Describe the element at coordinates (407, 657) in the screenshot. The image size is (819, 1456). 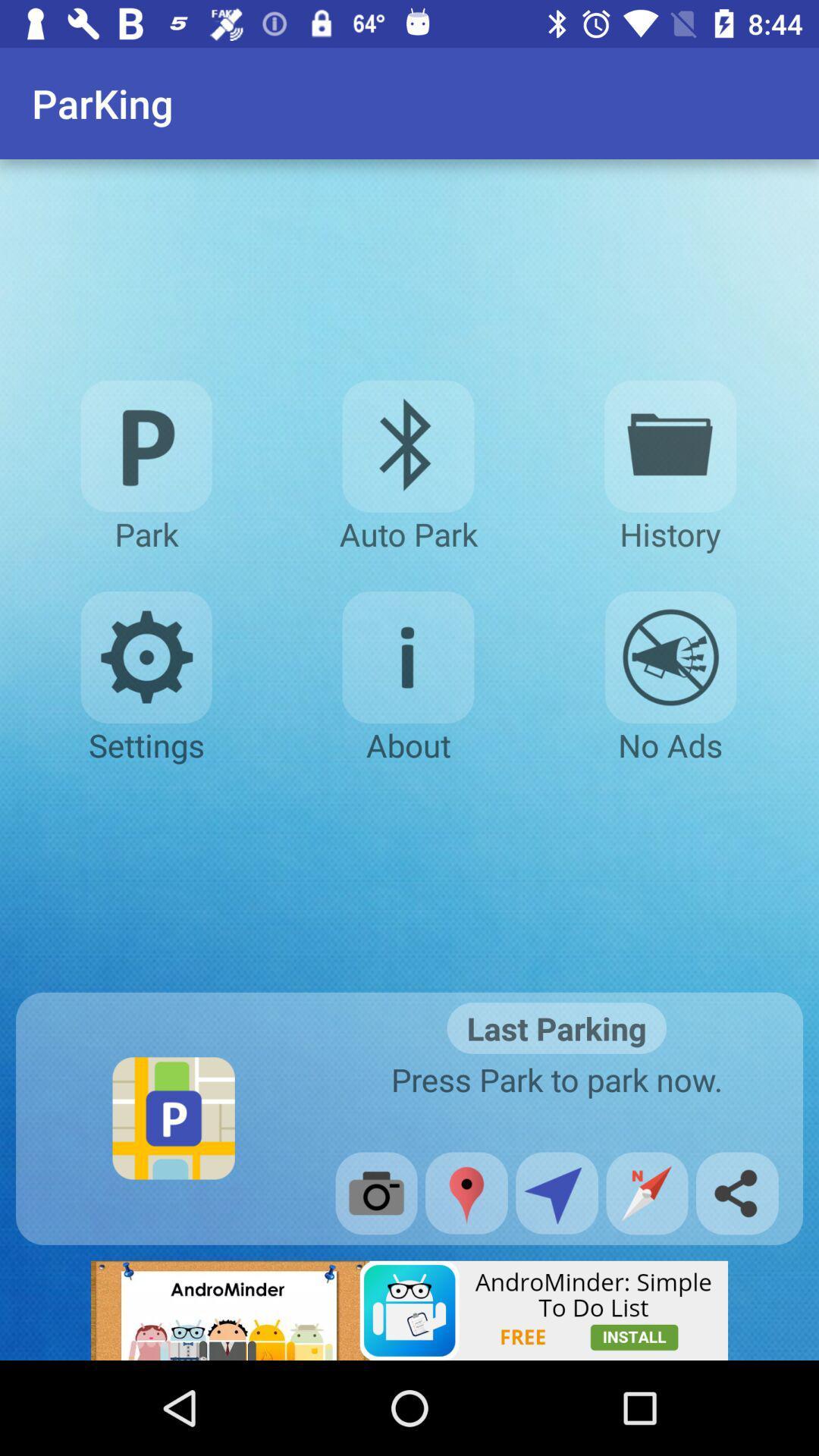
I see `tells information` at that location.